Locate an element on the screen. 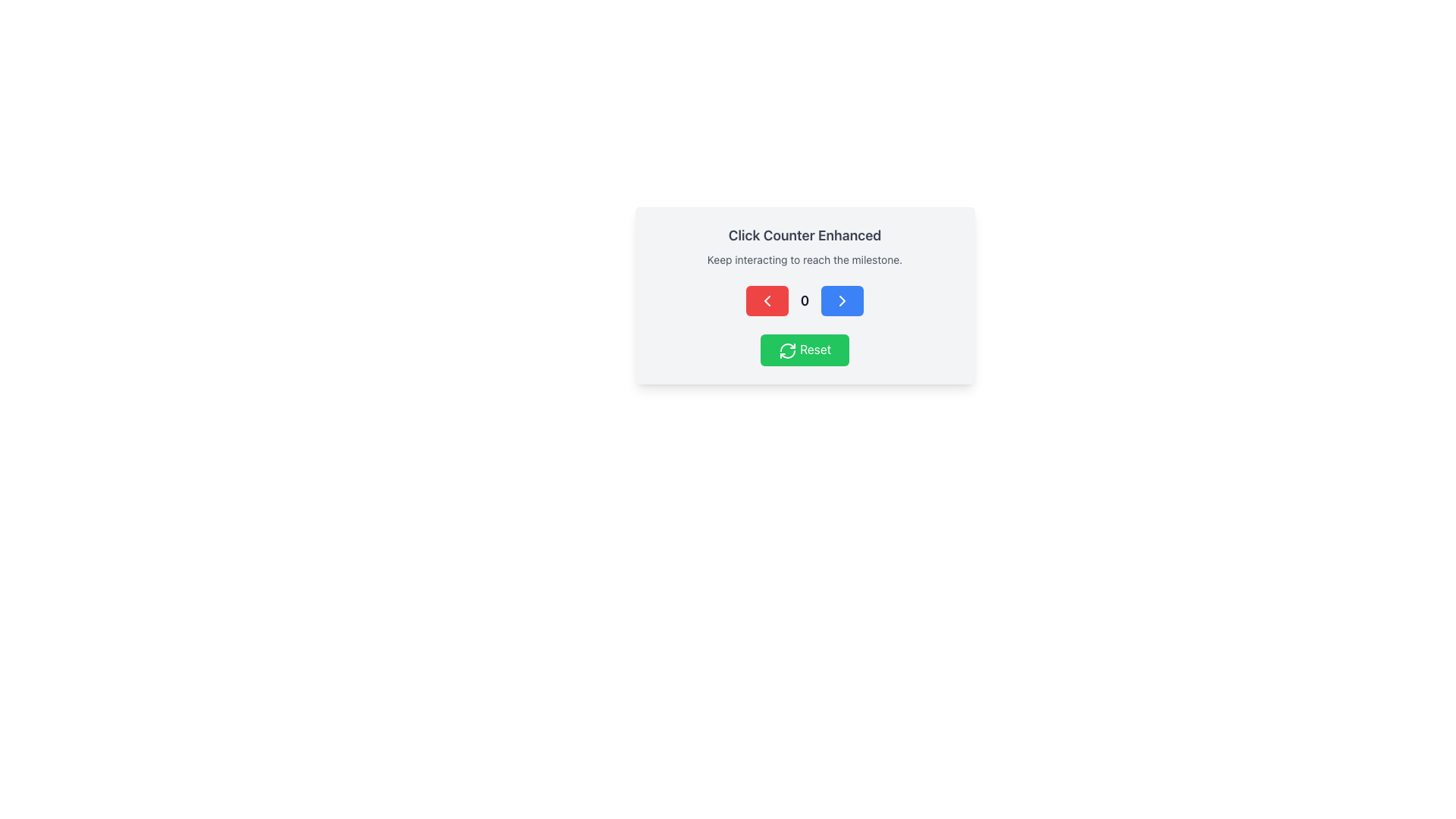 The image size is (1456, 819). the static text element labeled 'Click Counter Enhanced' located at the upper section of the panel with a light gray background is located at coordinates (804, 245).